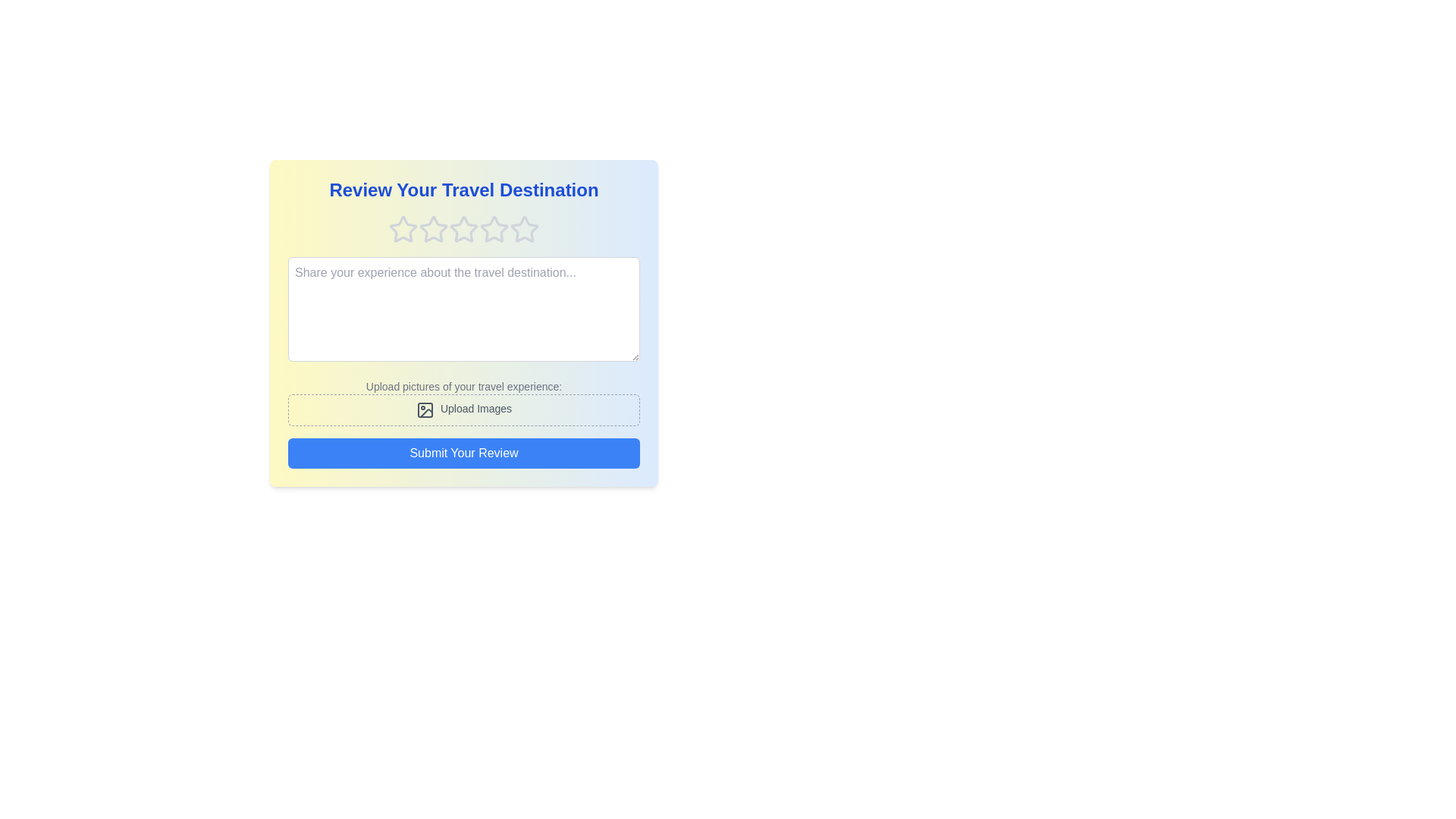 This screenshot has height=819, width=1456. Describe the element at coordinates (463, 309) in the screenshot. I see `the textarea to start typing a review` at that location.